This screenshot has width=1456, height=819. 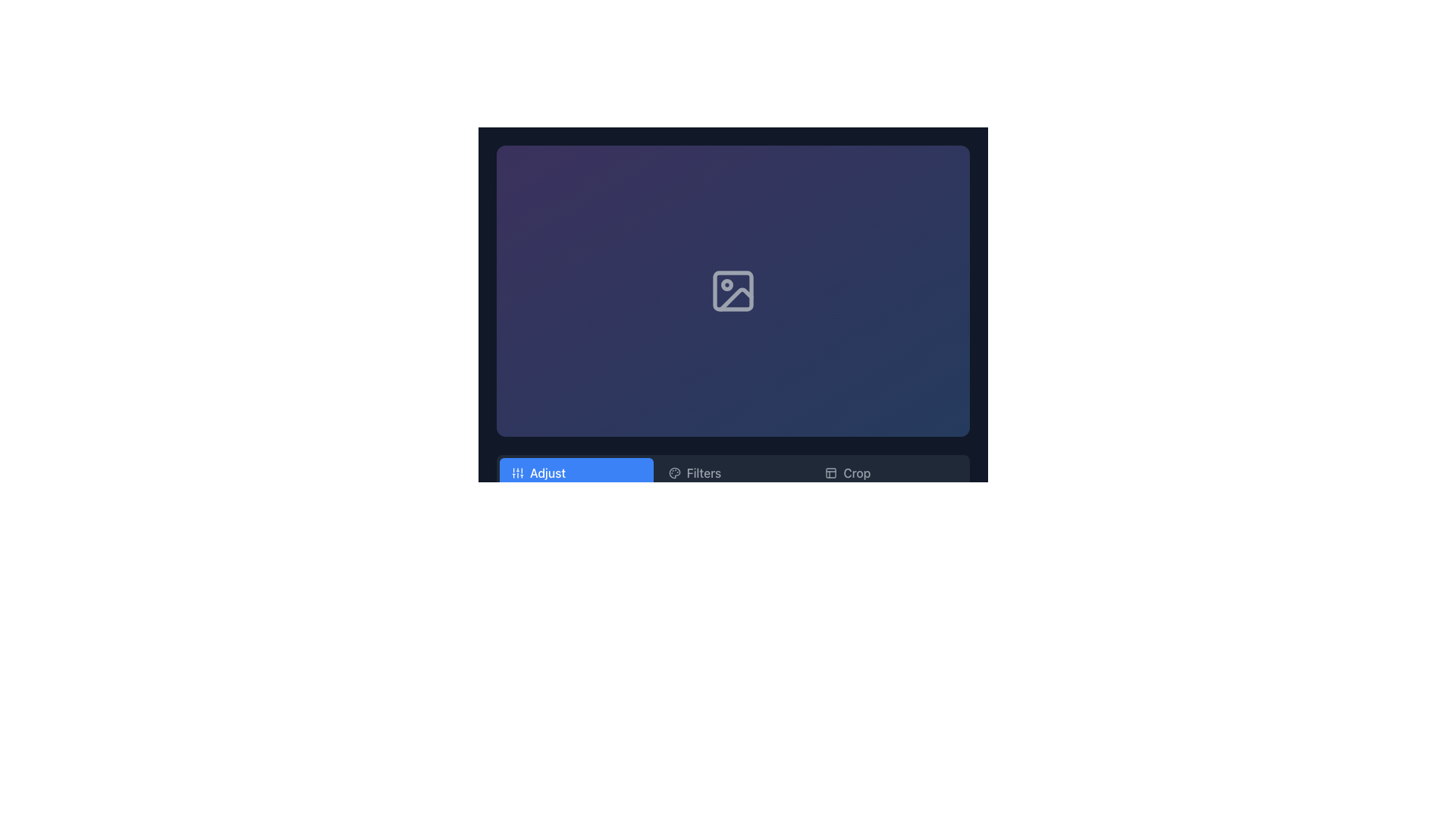 I want to click on the main body of the paint palette icon, which features a gray minimalistic design and is located at the bottom of the interface, so click(x=673, y=472).